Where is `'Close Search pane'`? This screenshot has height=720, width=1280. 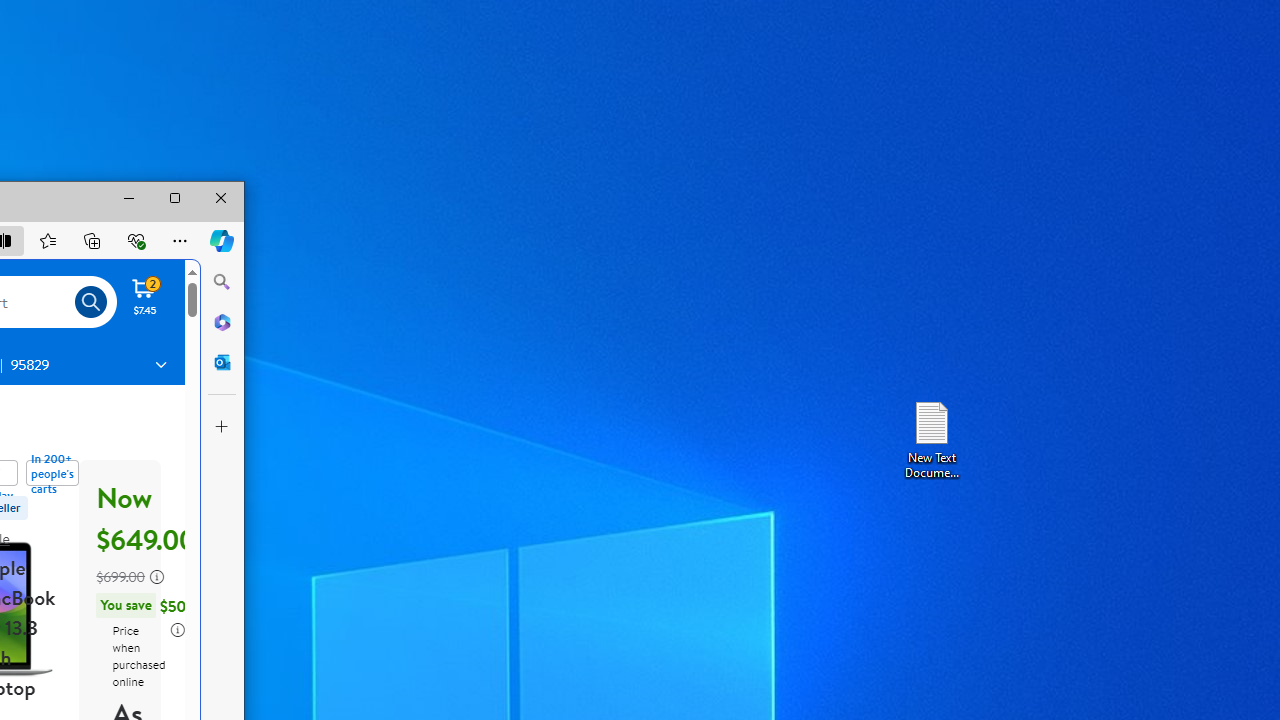
'Close Search pane' is located at coordinates (222, 282).